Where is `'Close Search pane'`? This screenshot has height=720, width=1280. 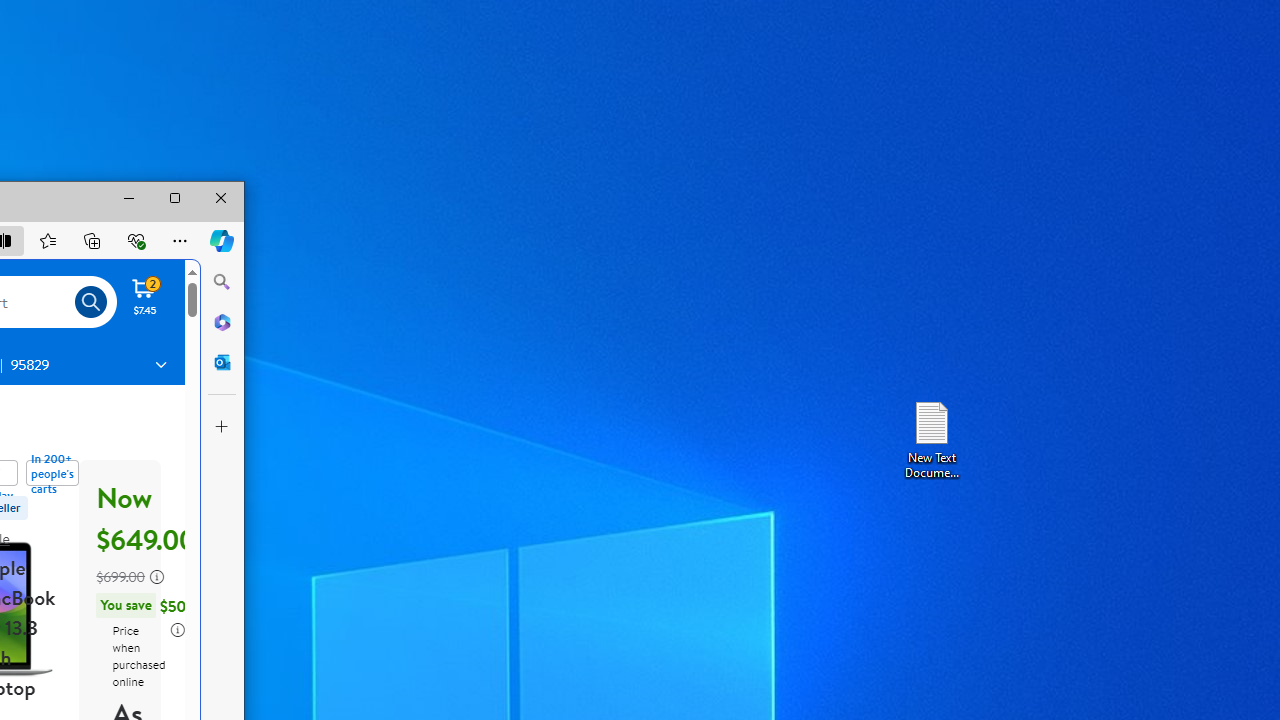
'Close Search pane' is located at coordinates (222, 282).